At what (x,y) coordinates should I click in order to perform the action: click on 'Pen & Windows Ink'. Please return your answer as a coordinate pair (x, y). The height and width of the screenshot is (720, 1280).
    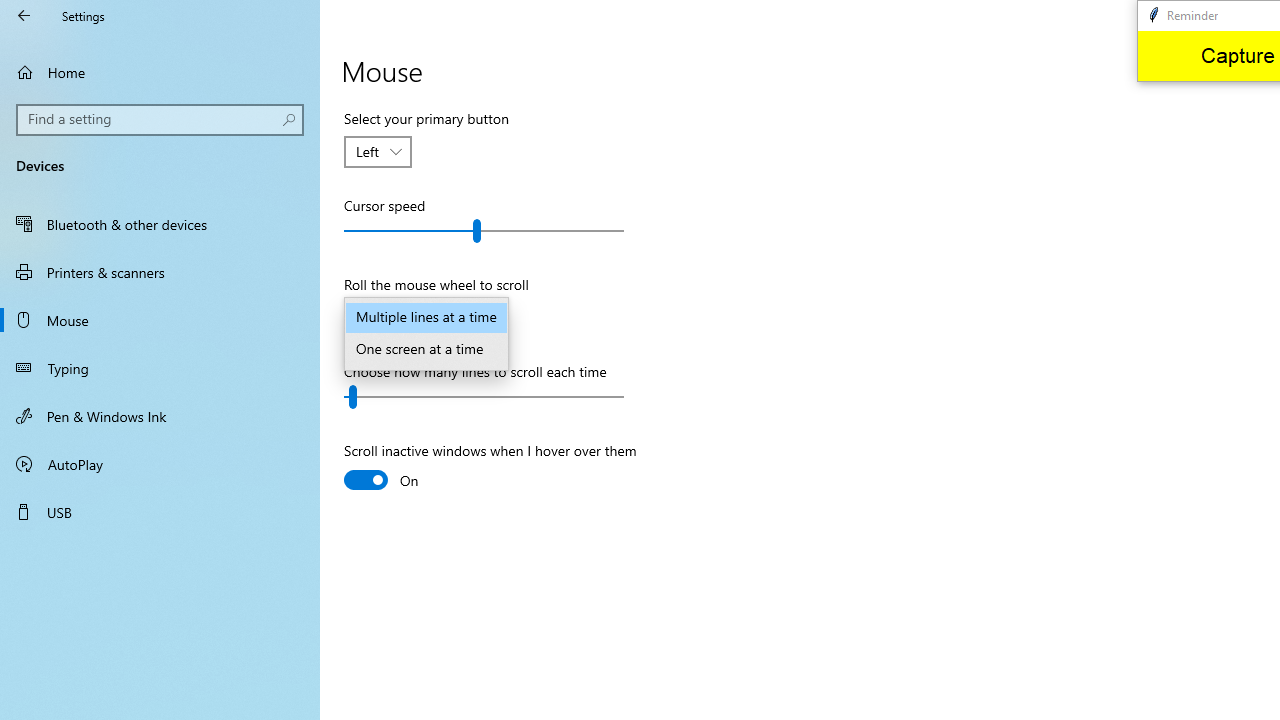
    Looking at the image, I should click on (160, 414).